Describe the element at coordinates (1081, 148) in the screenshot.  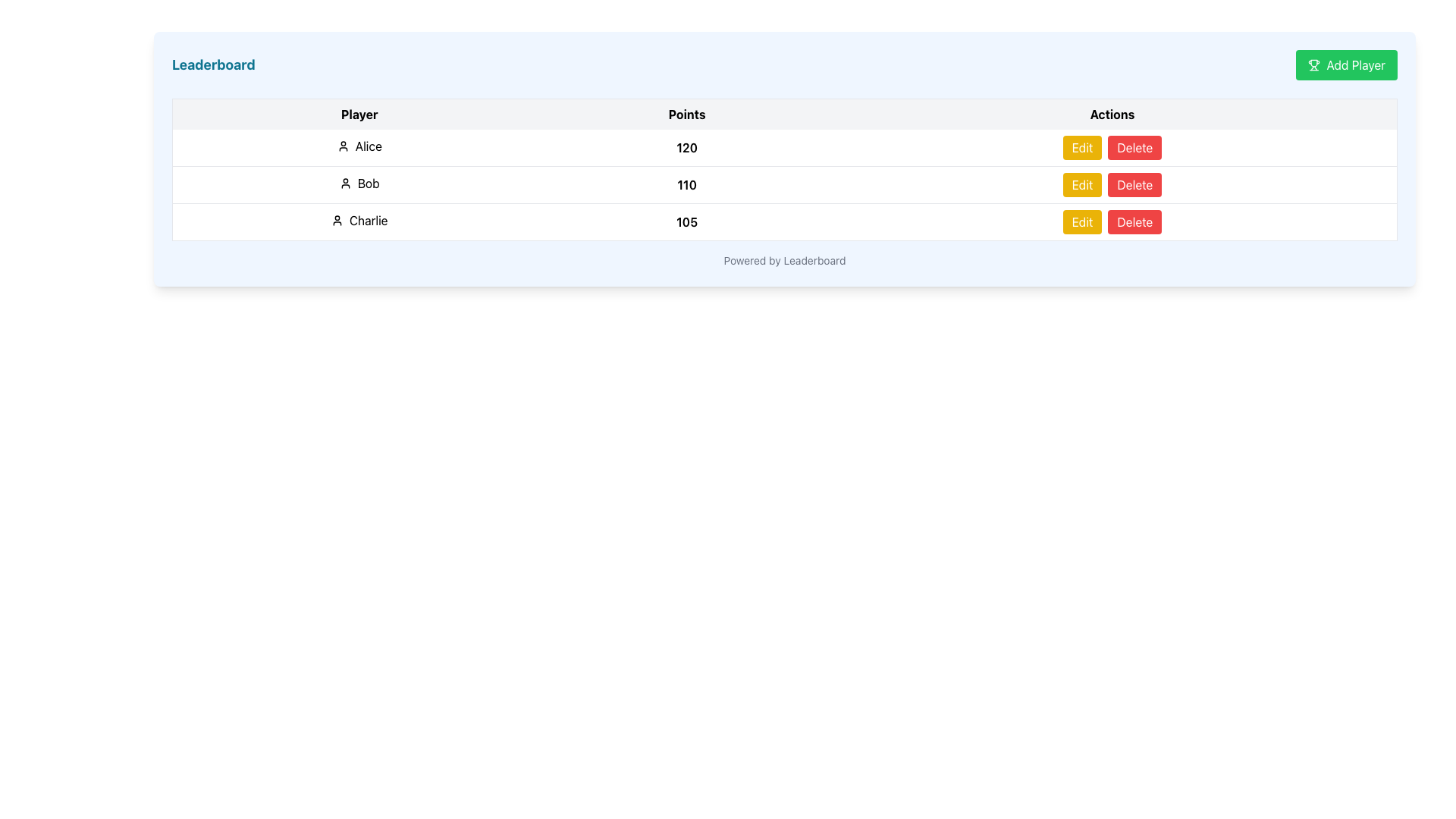
I see `the 'Edit' button located in the first row under the 'Actions' column of the table layout to initiate editing` at that location.